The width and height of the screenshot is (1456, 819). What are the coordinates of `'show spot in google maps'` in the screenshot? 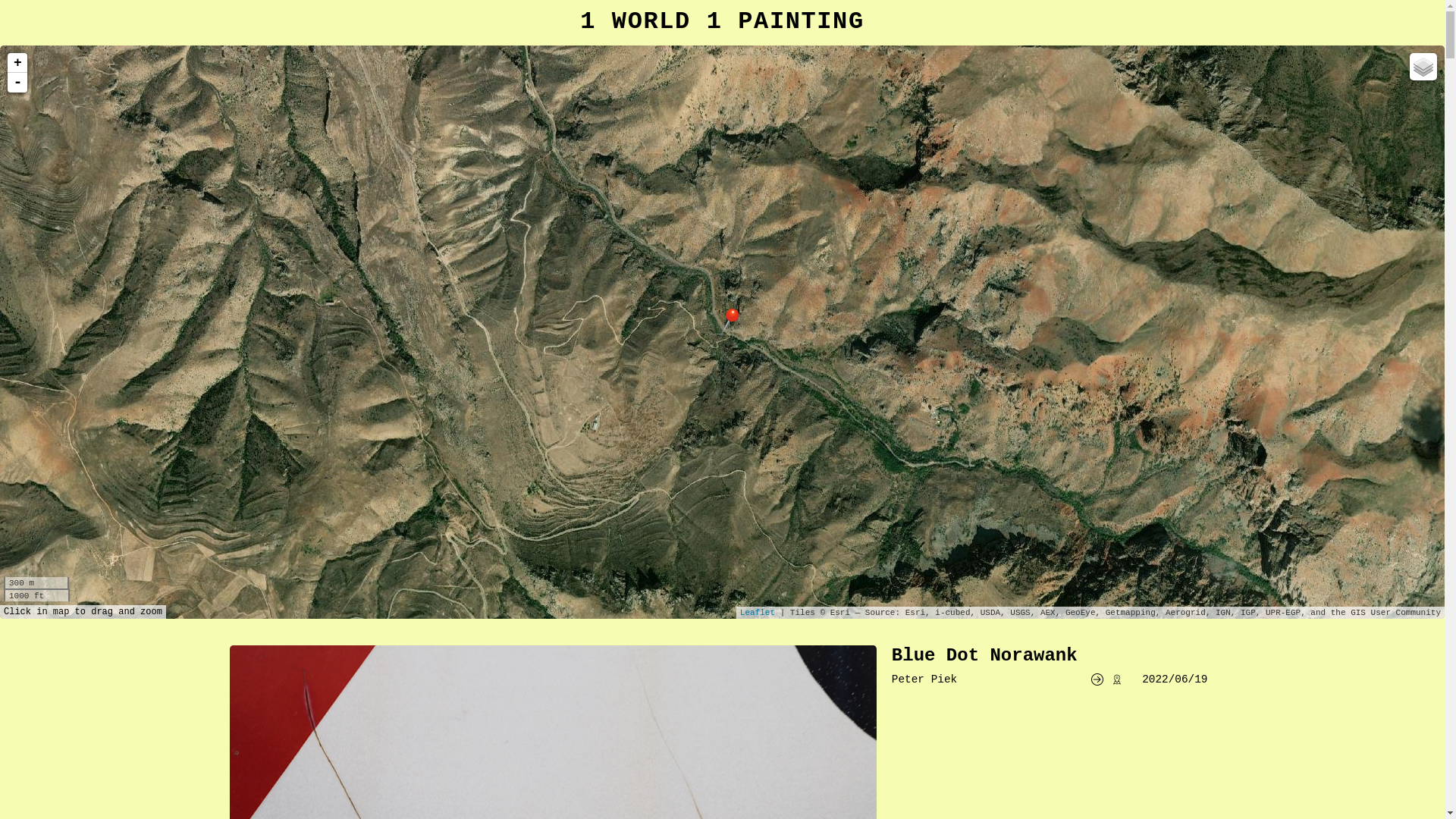 It's located at (1110, 678).